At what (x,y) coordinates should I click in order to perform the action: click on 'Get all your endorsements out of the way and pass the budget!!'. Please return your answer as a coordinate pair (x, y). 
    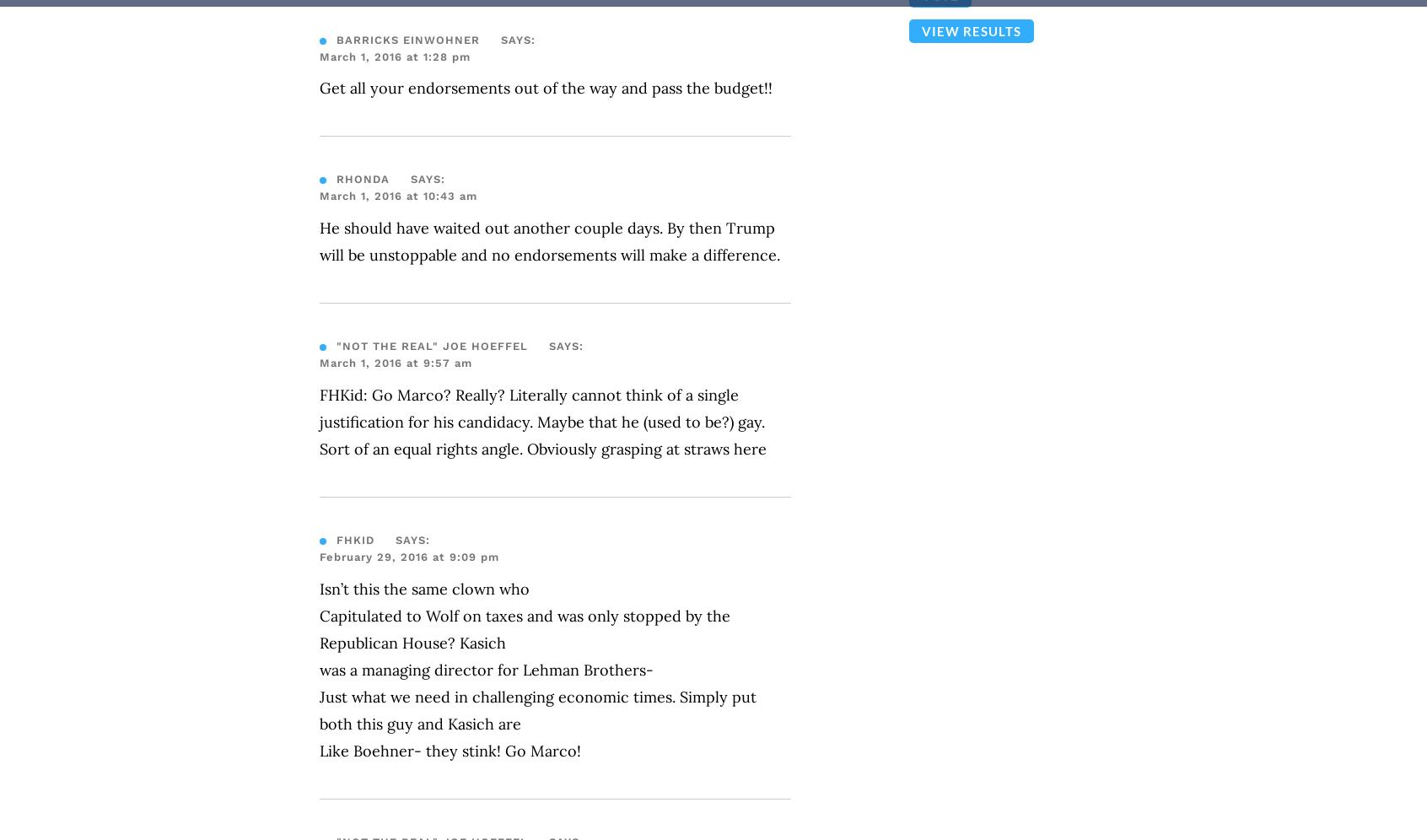
    Looking at the image, I should click on (546, 88).